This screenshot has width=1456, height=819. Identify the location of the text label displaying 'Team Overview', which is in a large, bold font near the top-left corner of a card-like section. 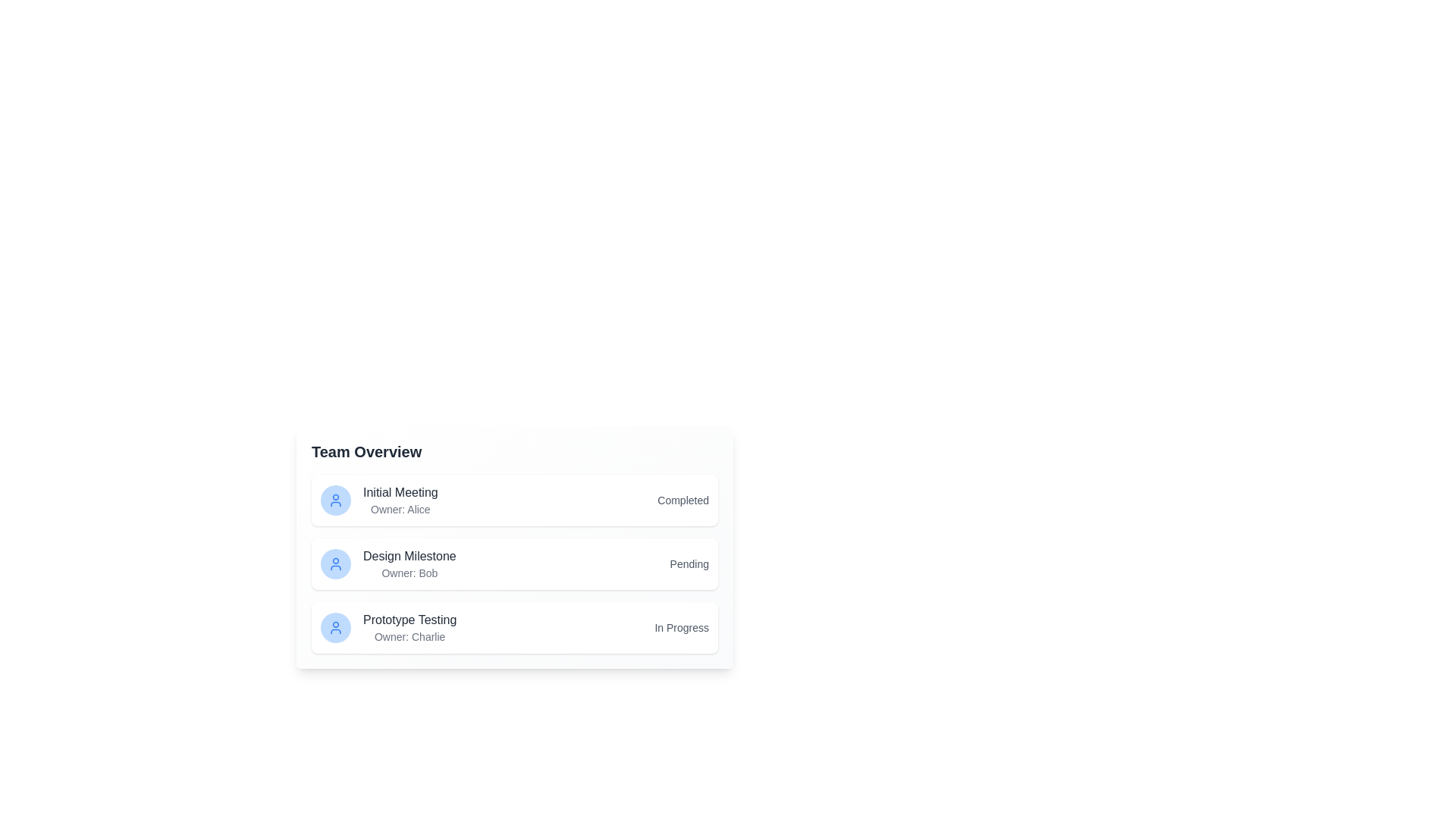
(366, 451).